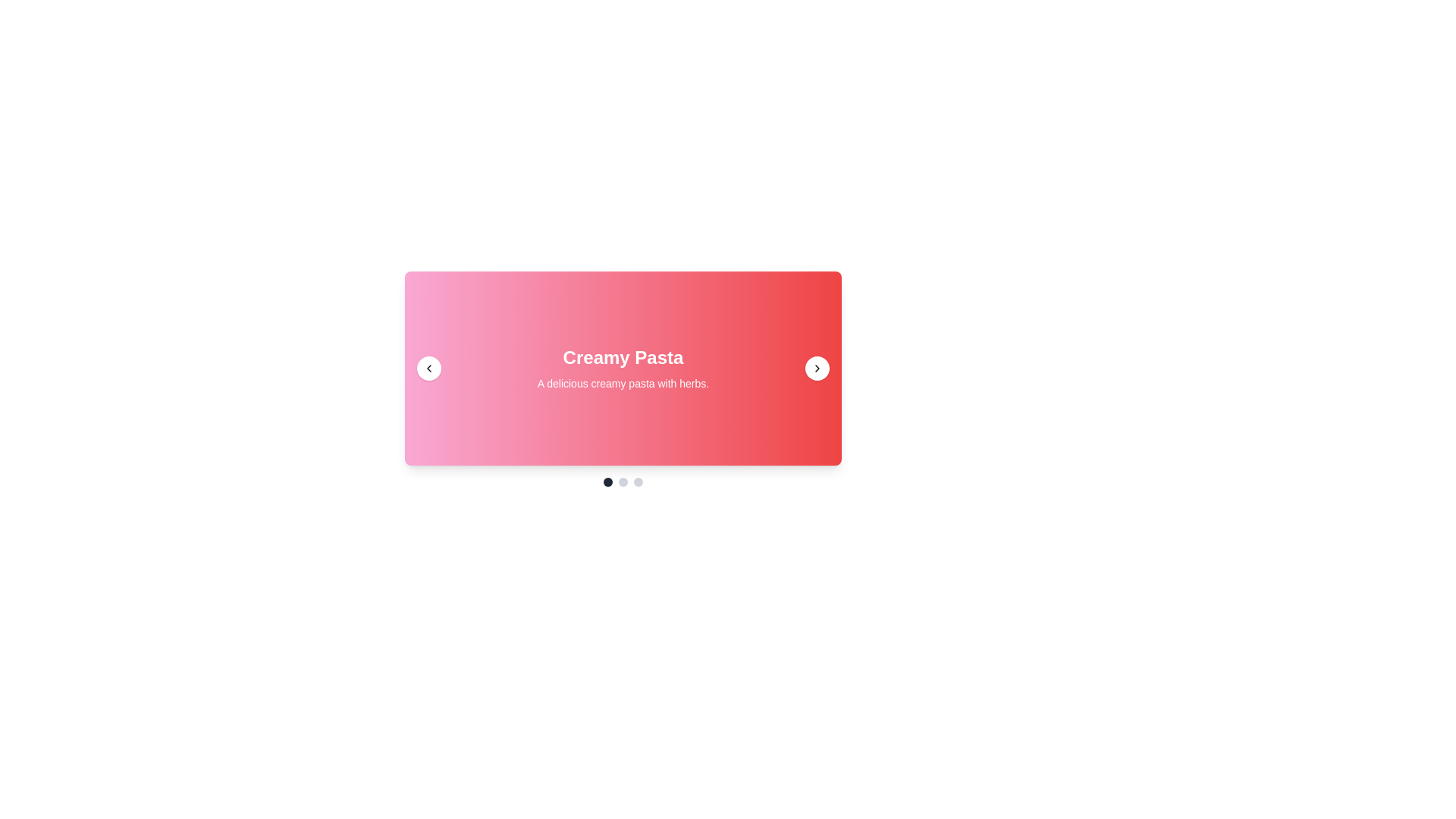 This screenshot has width=1456, height=819. I want to click on the text block displaying 'Creamy Pasta' with a gradient pink background, so click(623, 369).